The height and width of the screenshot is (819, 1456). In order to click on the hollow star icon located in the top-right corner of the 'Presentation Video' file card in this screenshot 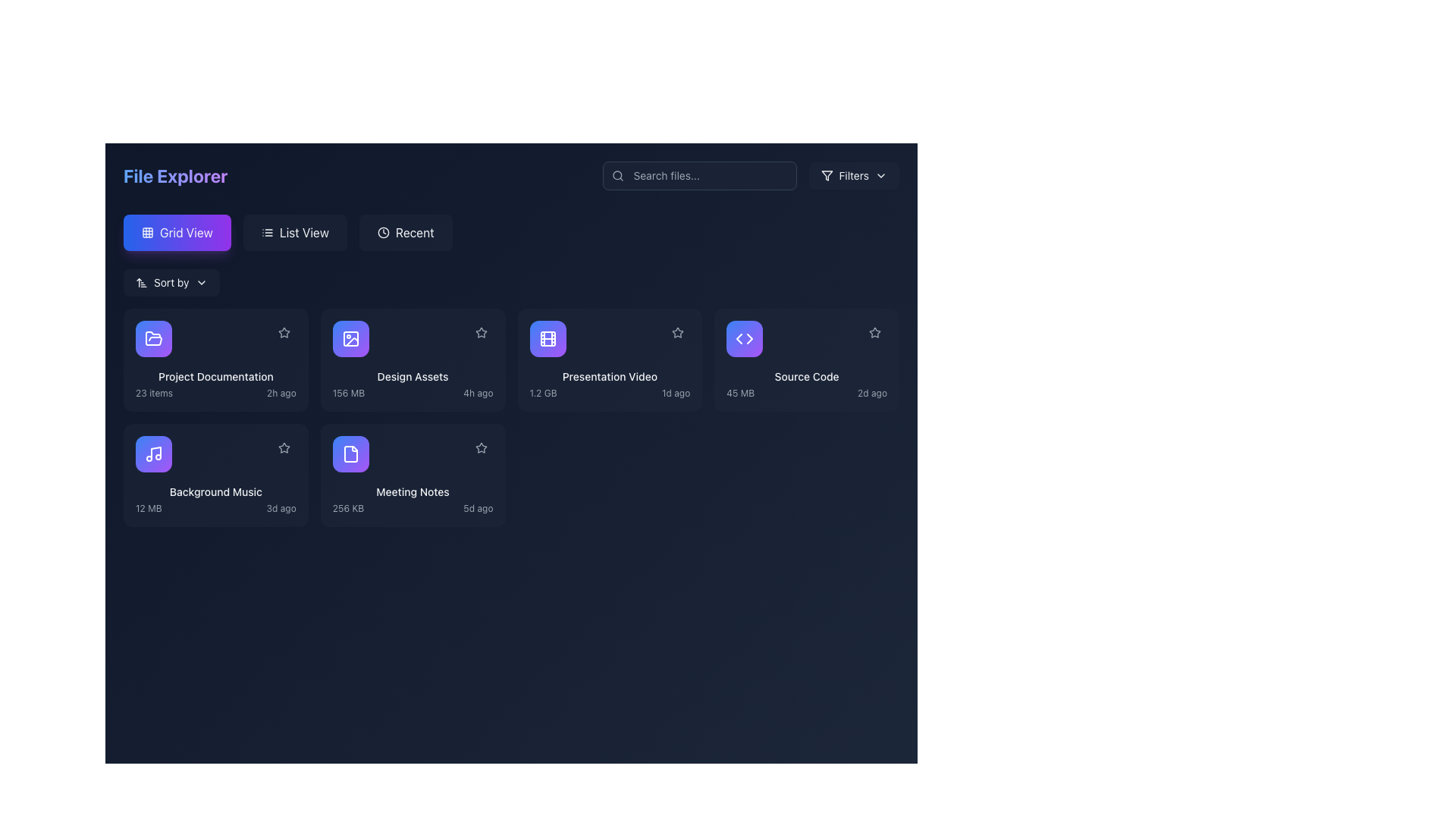, I will do `click(677, 332)`.